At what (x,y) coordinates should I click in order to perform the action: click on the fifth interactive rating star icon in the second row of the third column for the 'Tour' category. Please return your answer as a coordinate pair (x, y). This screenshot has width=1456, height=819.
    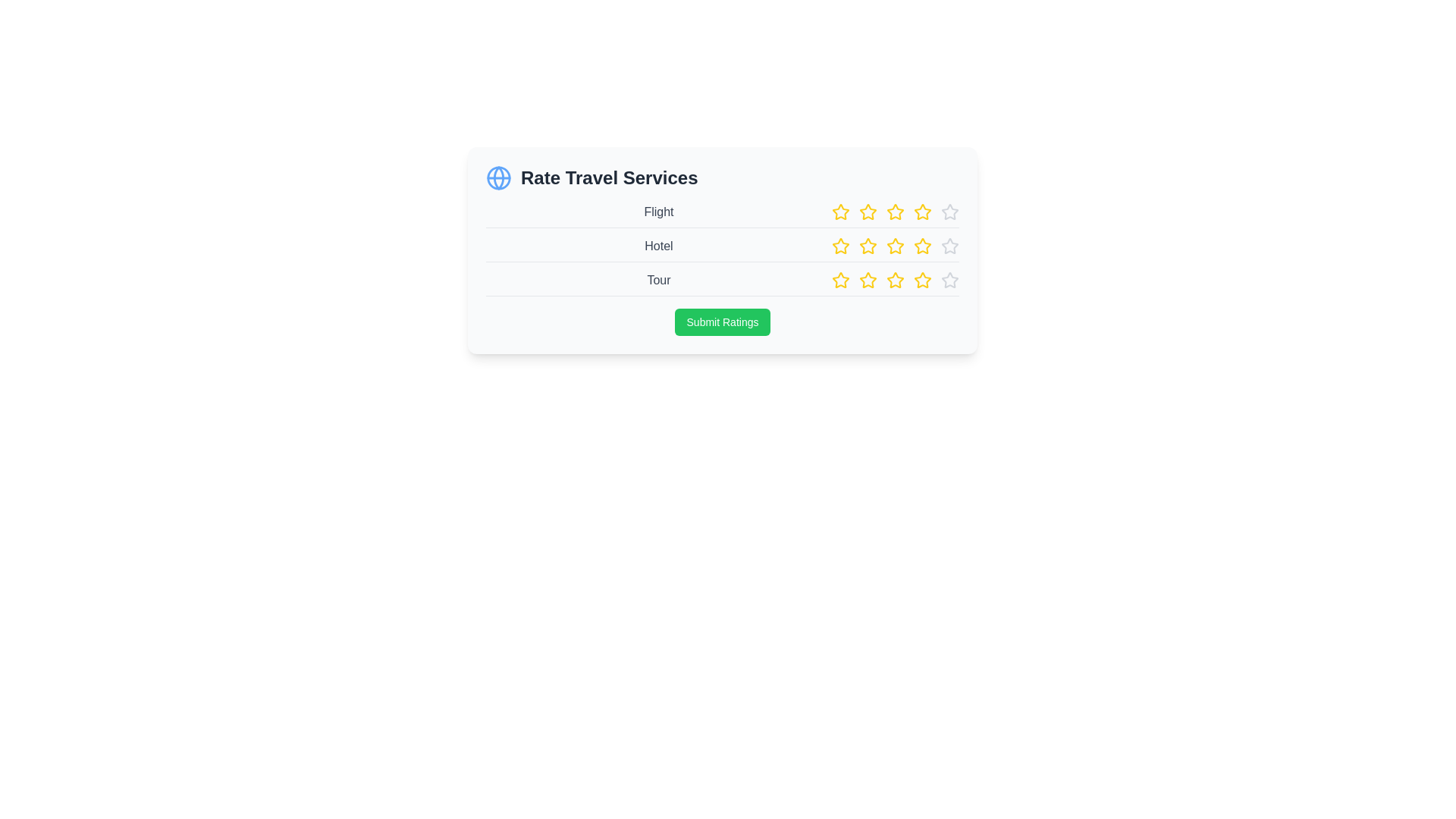
    Looking at the image, I should click on (922, 281).